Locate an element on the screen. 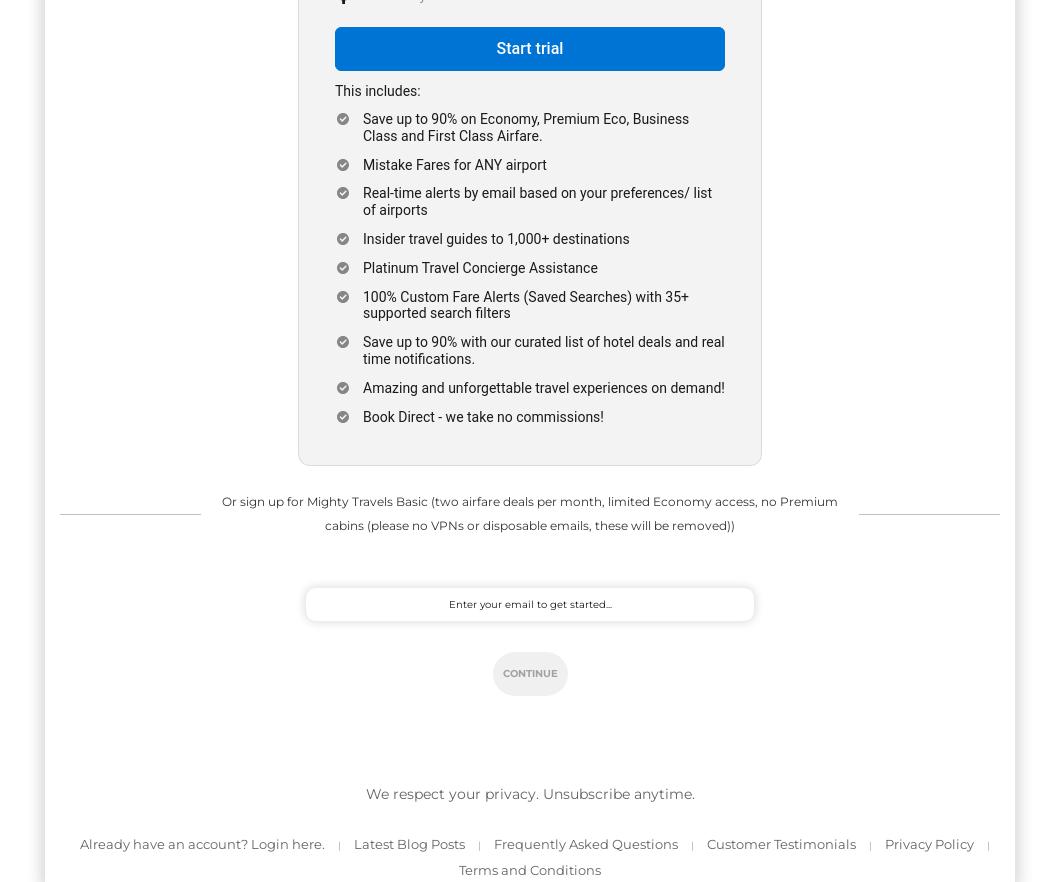 The image size is (1060, 882). 'Or sign up for Mighty Travels Basic (two airfare deals per month, limited Economy access, no Premium cabins (please no VPNs or disposable emails, these will be removed))' is located at coordinates (530, 513).